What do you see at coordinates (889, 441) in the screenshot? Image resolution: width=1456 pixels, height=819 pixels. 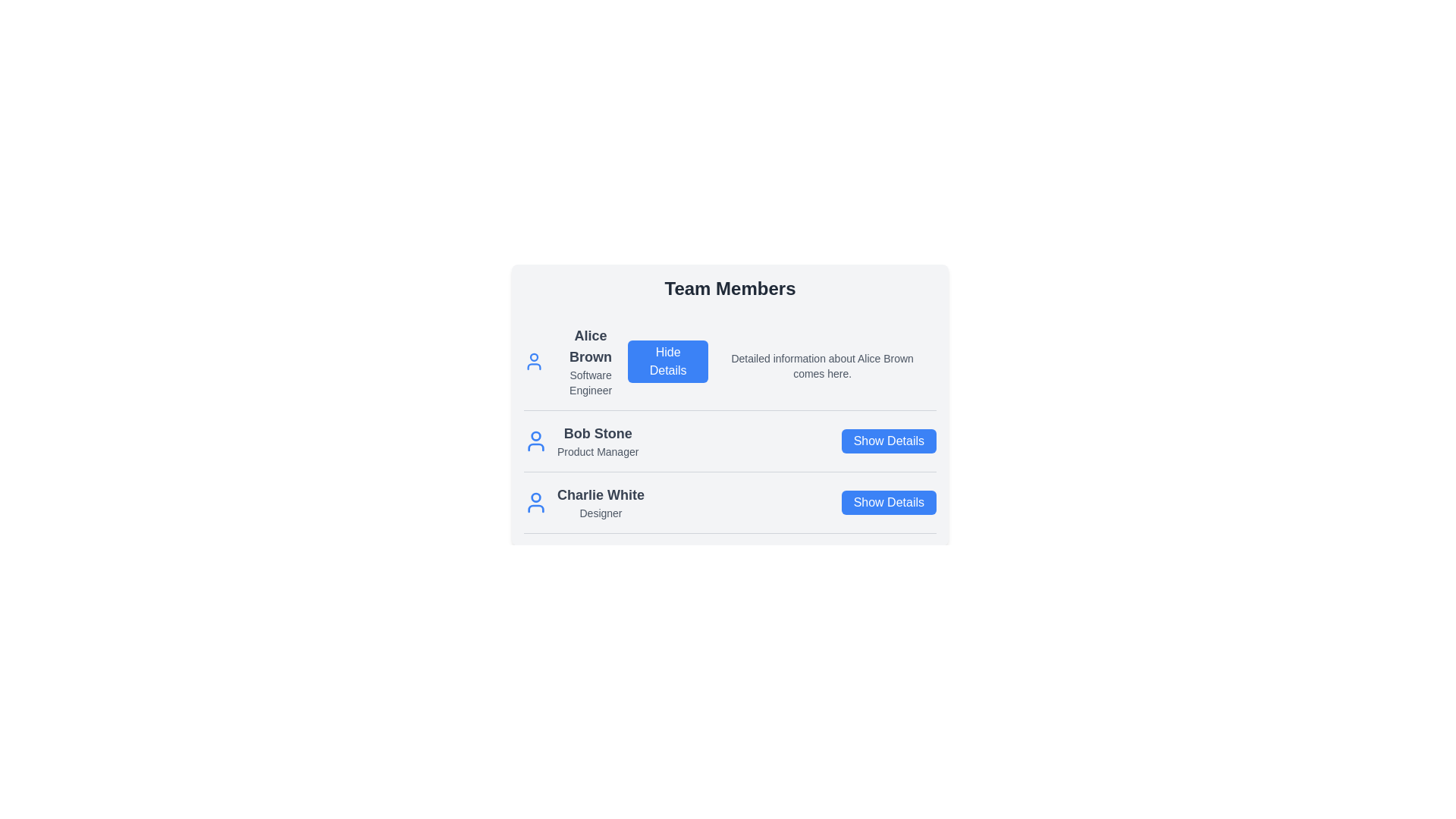 I see `'Show Details' button for the profile with the name Bob Stone` at bounding box center [889, 441].